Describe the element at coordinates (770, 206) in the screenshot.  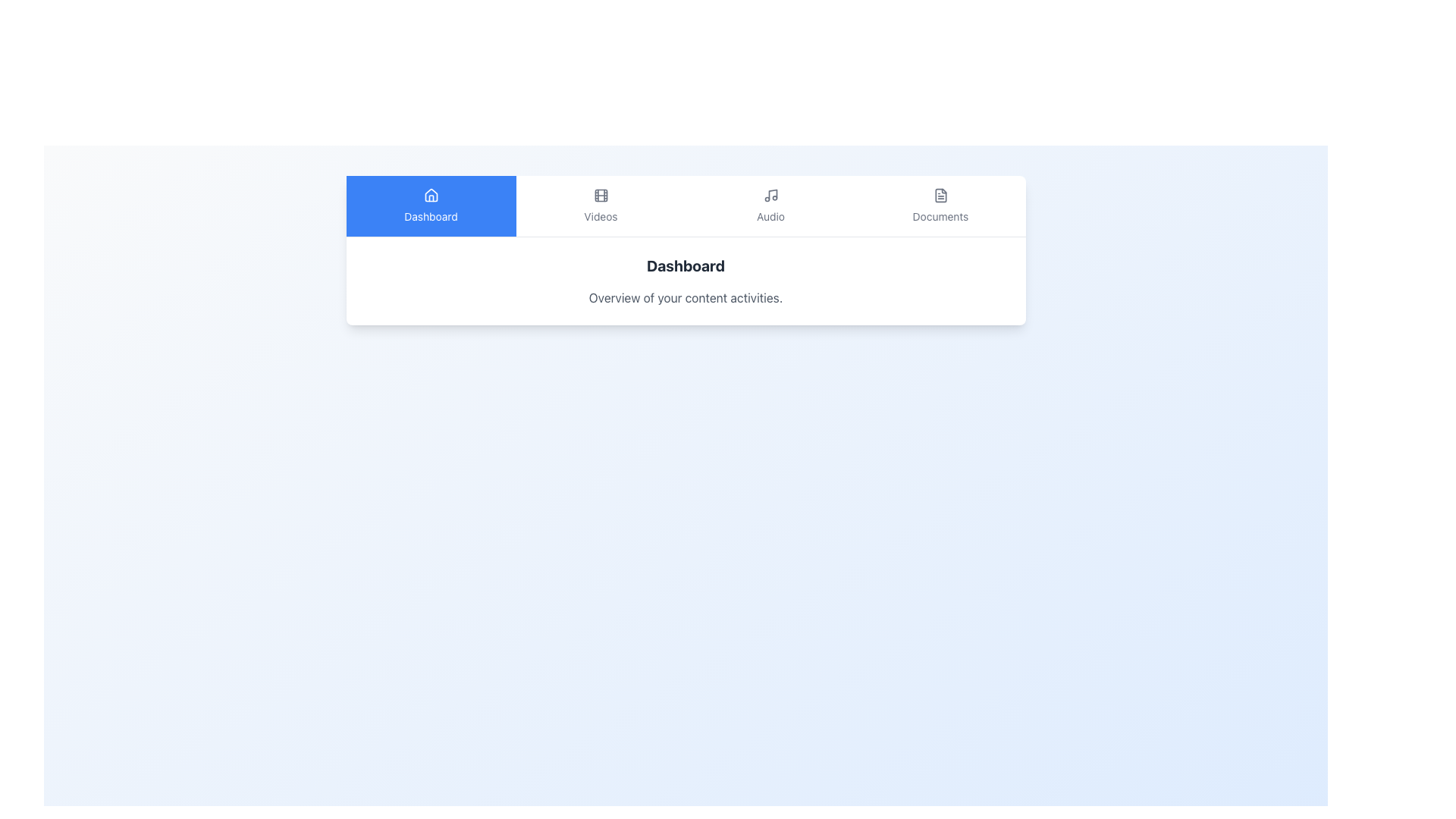
I see `the 'Audio' tab icon, which serves as a visual indicator for the Audio section located in the middle of the horizontal tab menu between 'Videos' and 'Documents'` at that location.